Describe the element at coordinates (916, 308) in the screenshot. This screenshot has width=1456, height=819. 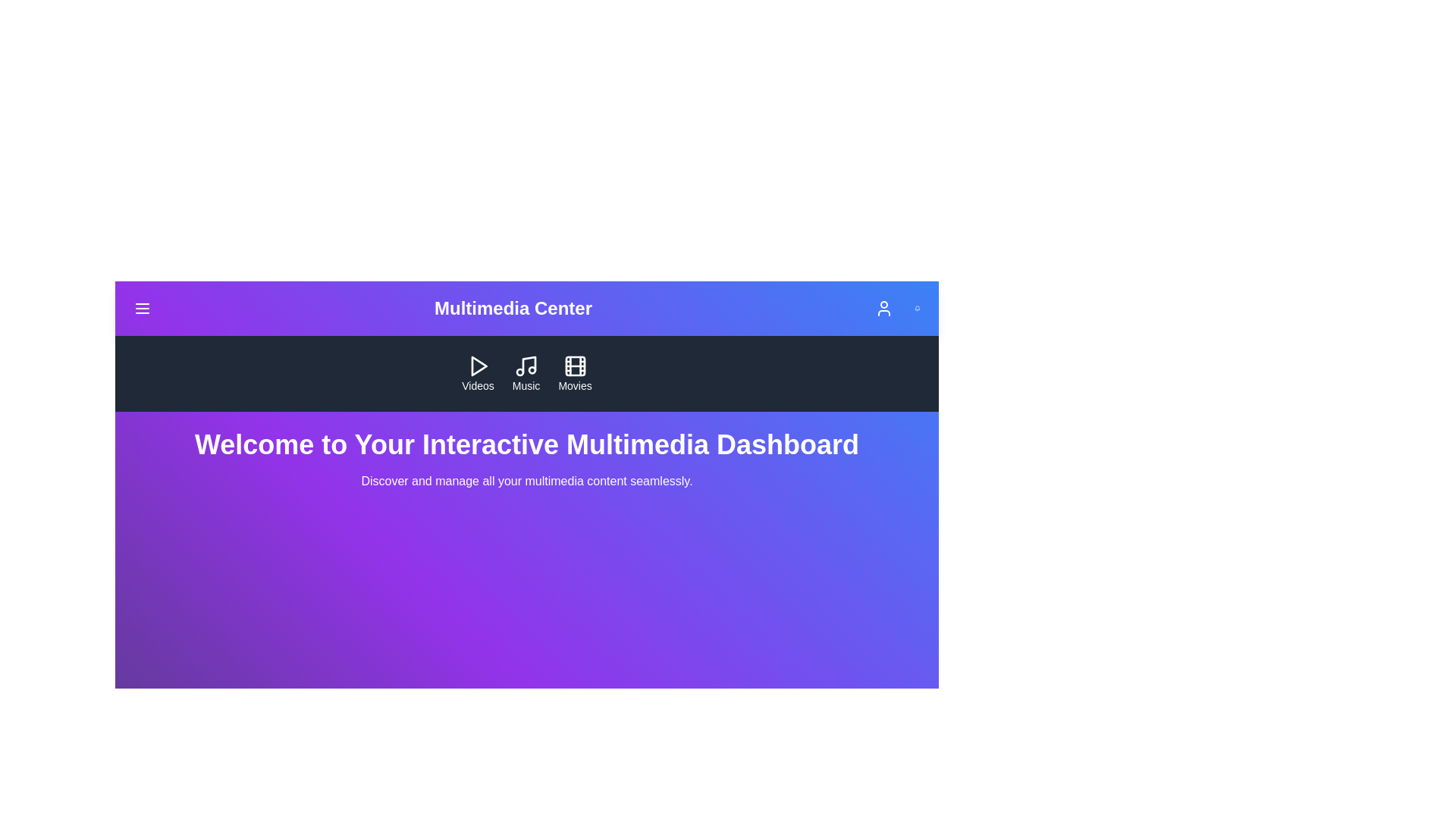
I see `Bell icon located at the top-right corner of the MultimediaAppBar` at that location.